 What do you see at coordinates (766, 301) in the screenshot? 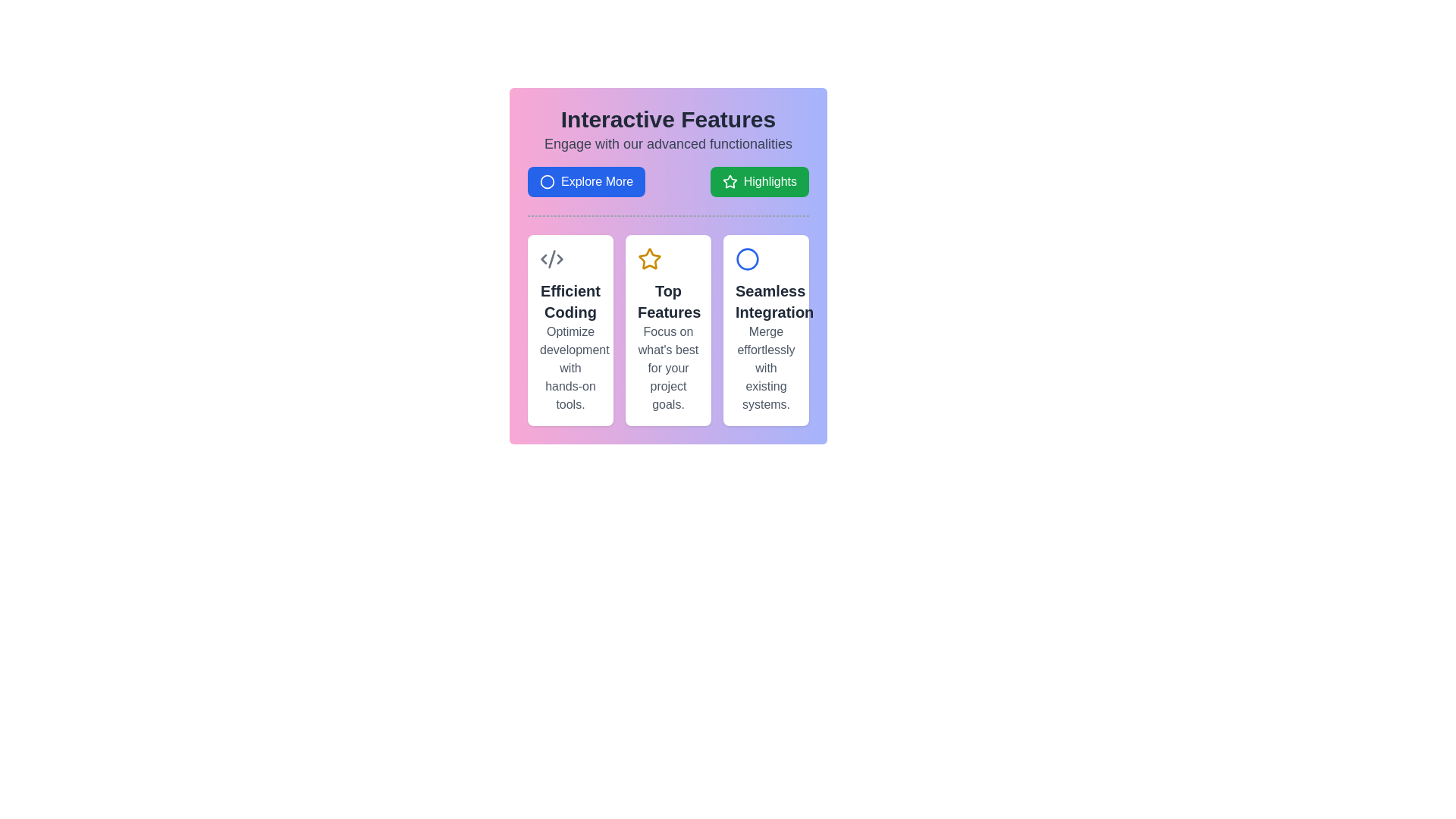
I see `the header text located in the rightmost card of the third column, positioned below a blue circular icon and above a description text` at bounding box center [766, 301].